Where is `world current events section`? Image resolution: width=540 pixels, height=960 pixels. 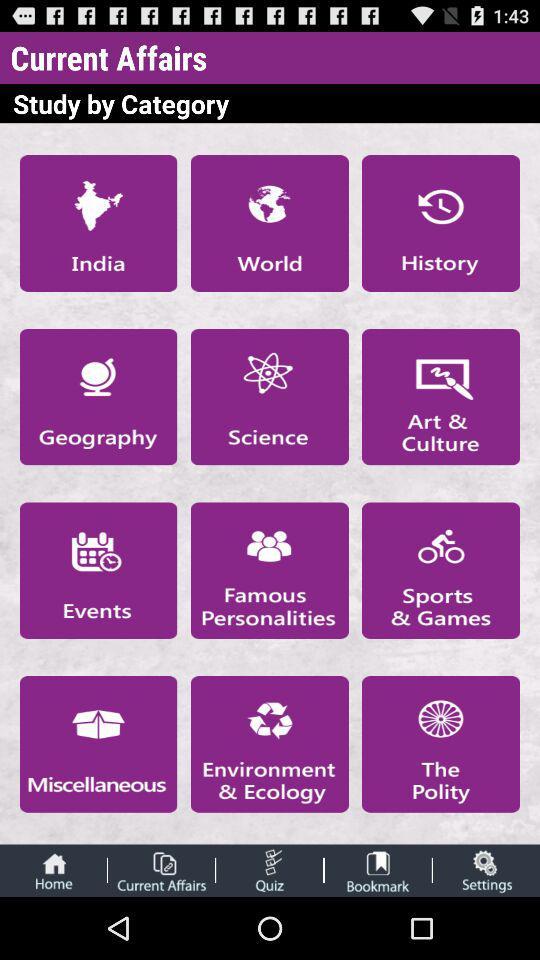
world current events section is located at coordinates (269, 223).